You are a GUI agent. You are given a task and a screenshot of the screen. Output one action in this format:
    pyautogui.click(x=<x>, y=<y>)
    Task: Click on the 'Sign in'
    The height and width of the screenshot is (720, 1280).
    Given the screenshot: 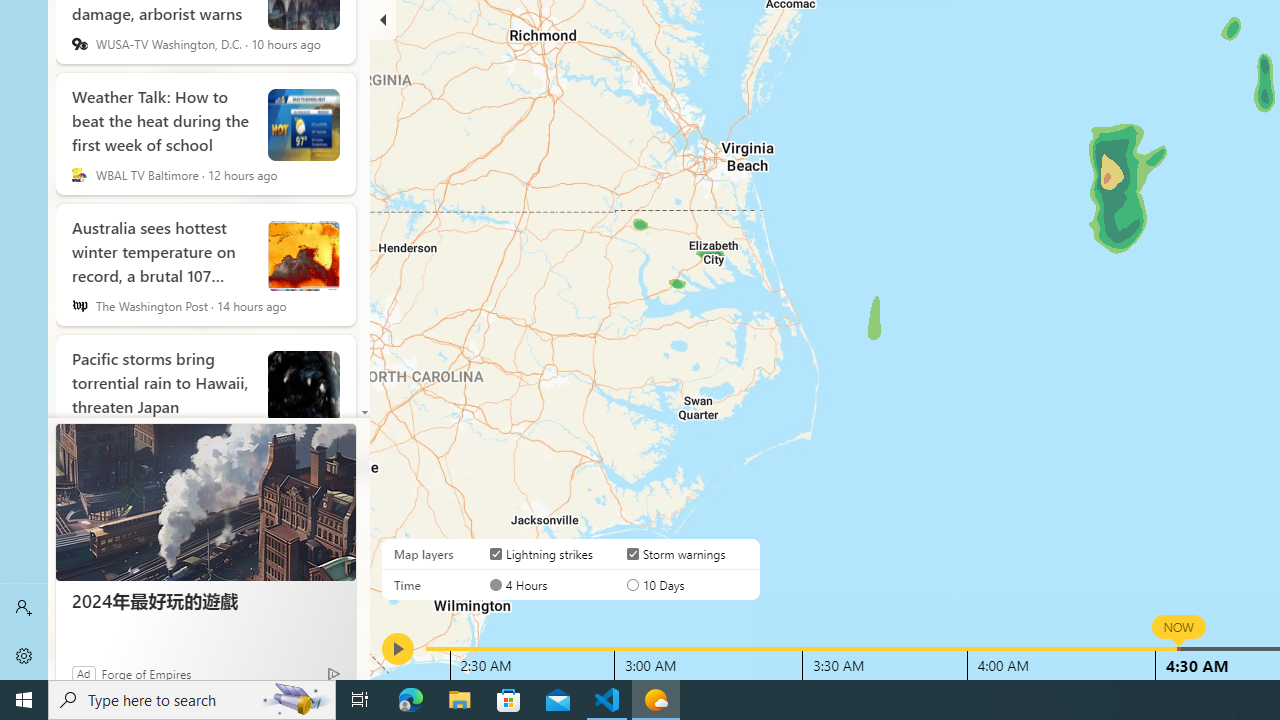 What is the action you would take?
    pyautogui.click(x=24, y=607)
    